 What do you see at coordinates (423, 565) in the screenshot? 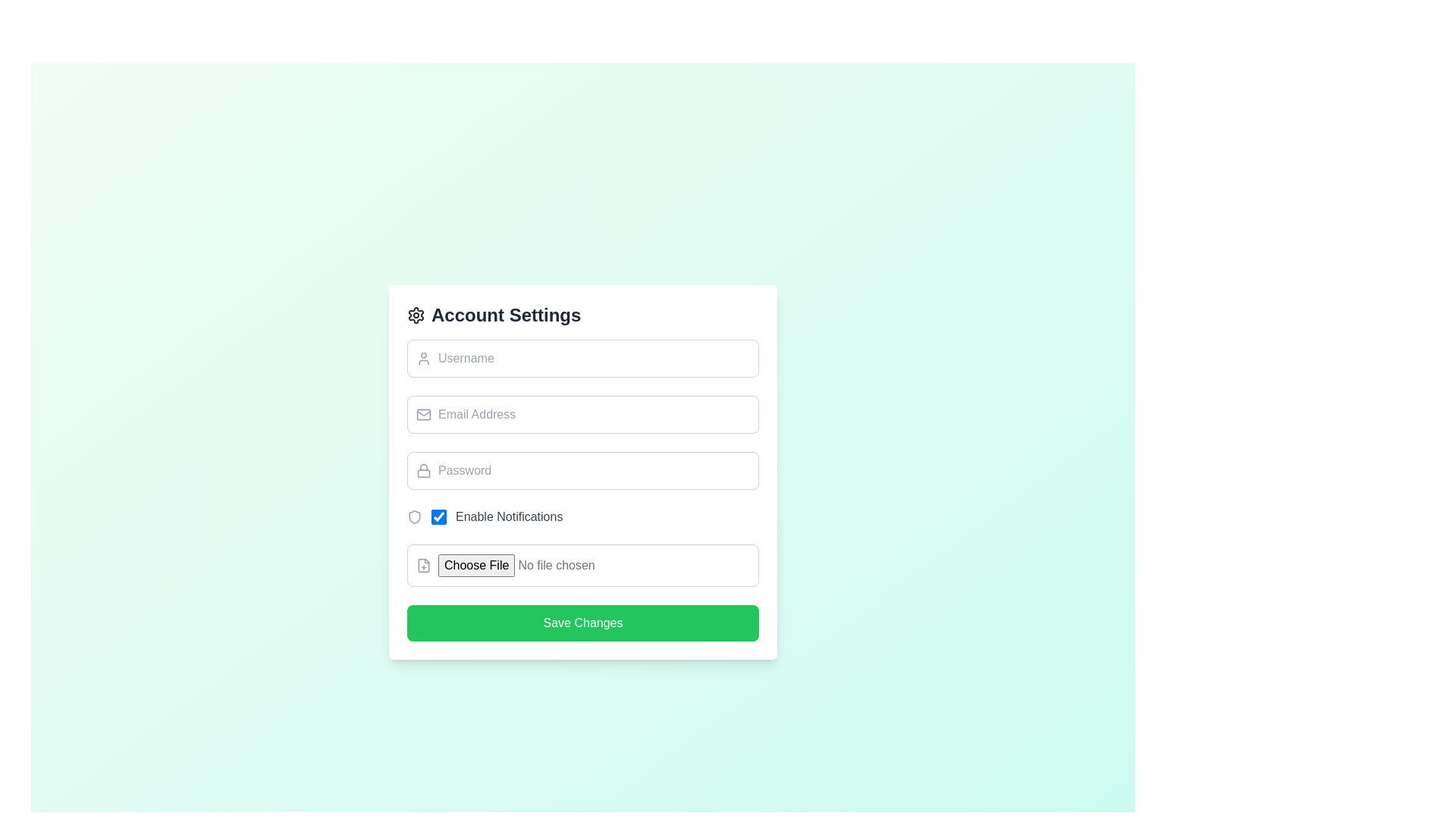
I see `the decorative icon associated with adding or uploading files, located to the left of the 'Choose File' button` at bounding box center [423, 565].